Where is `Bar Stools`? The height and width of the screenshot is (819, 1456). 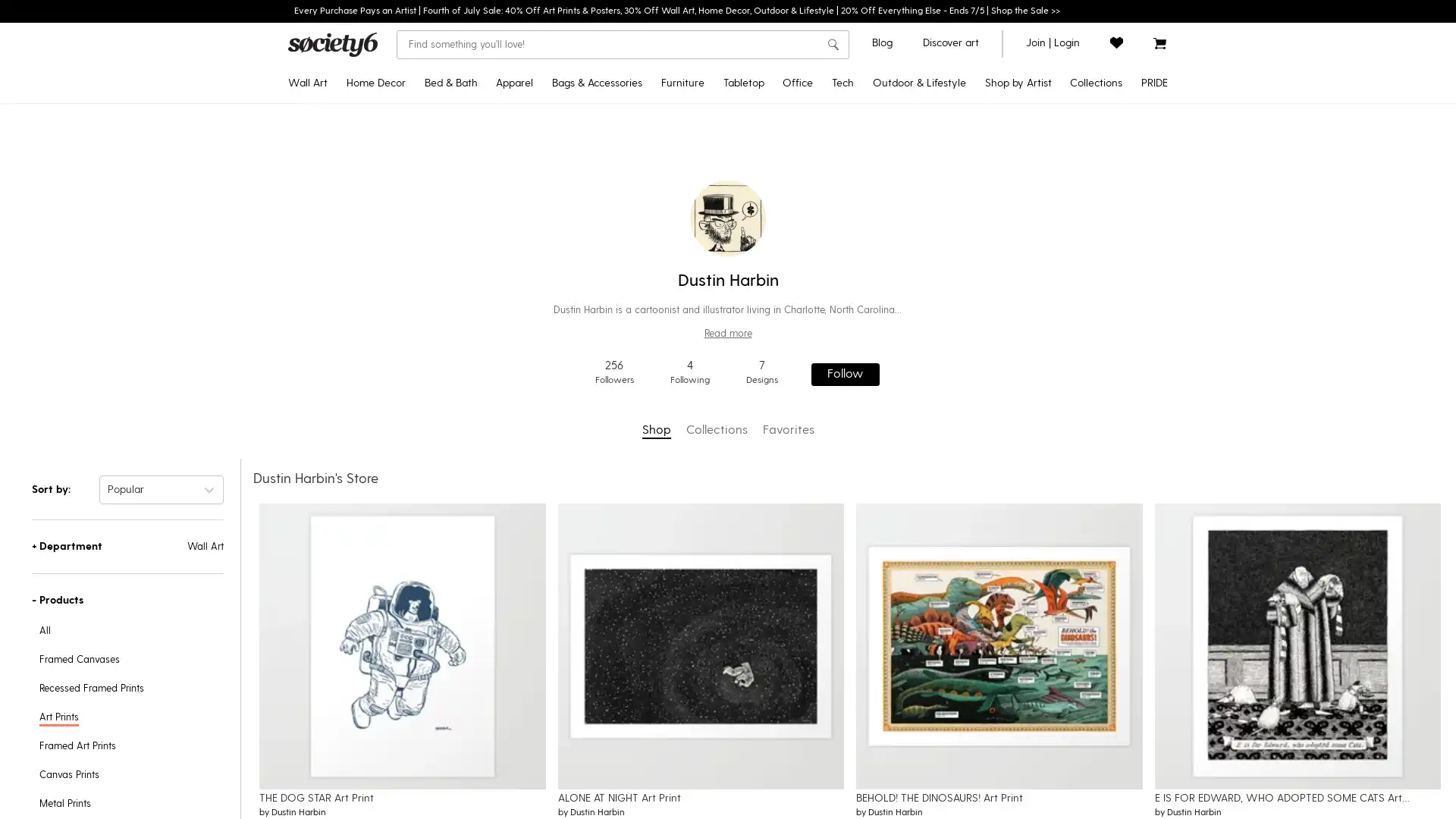
Bar Stools is located at coordinates (708, 170).